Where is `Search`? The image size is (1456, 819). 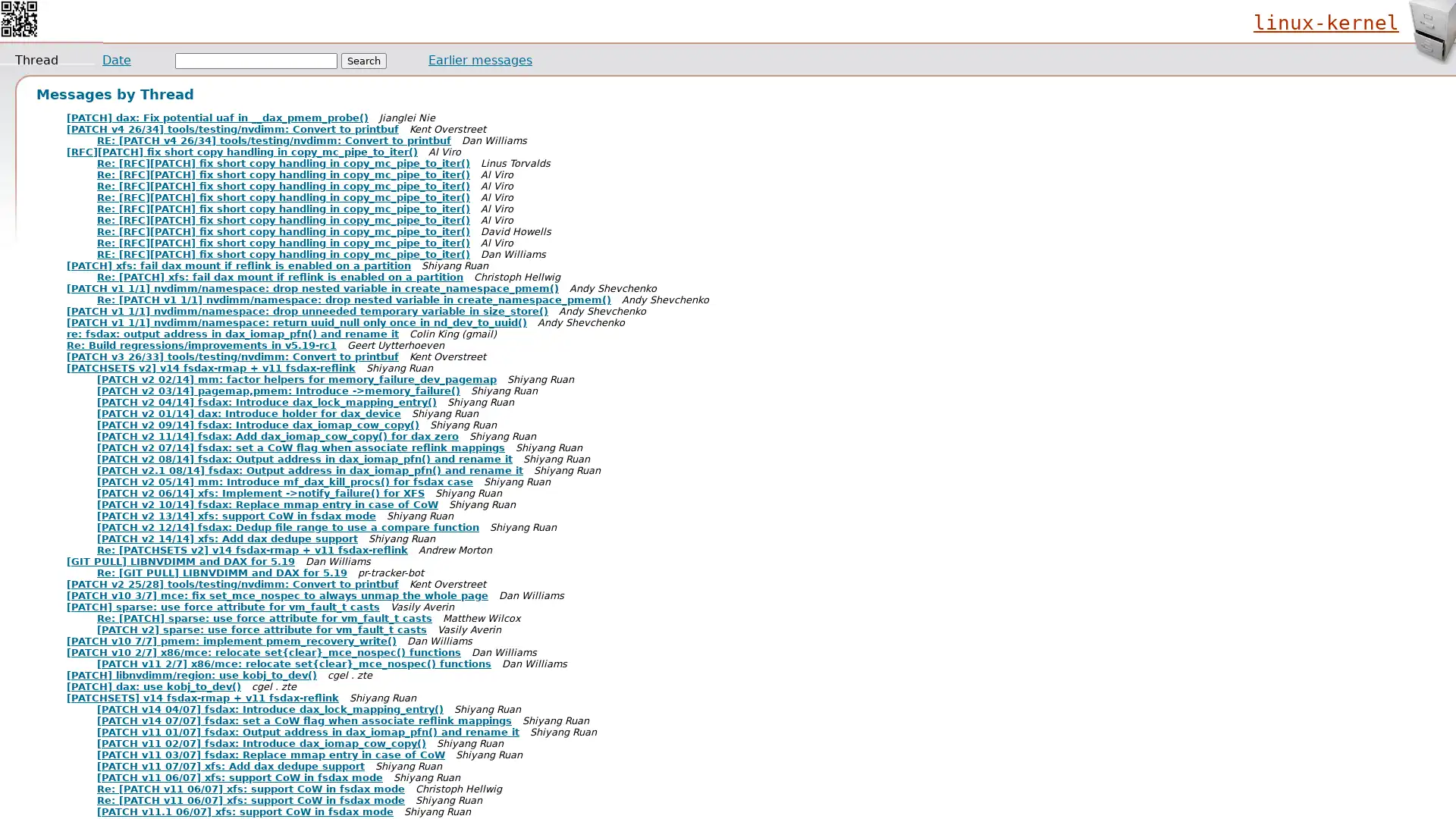
Search is located at coordinates (364, 60).